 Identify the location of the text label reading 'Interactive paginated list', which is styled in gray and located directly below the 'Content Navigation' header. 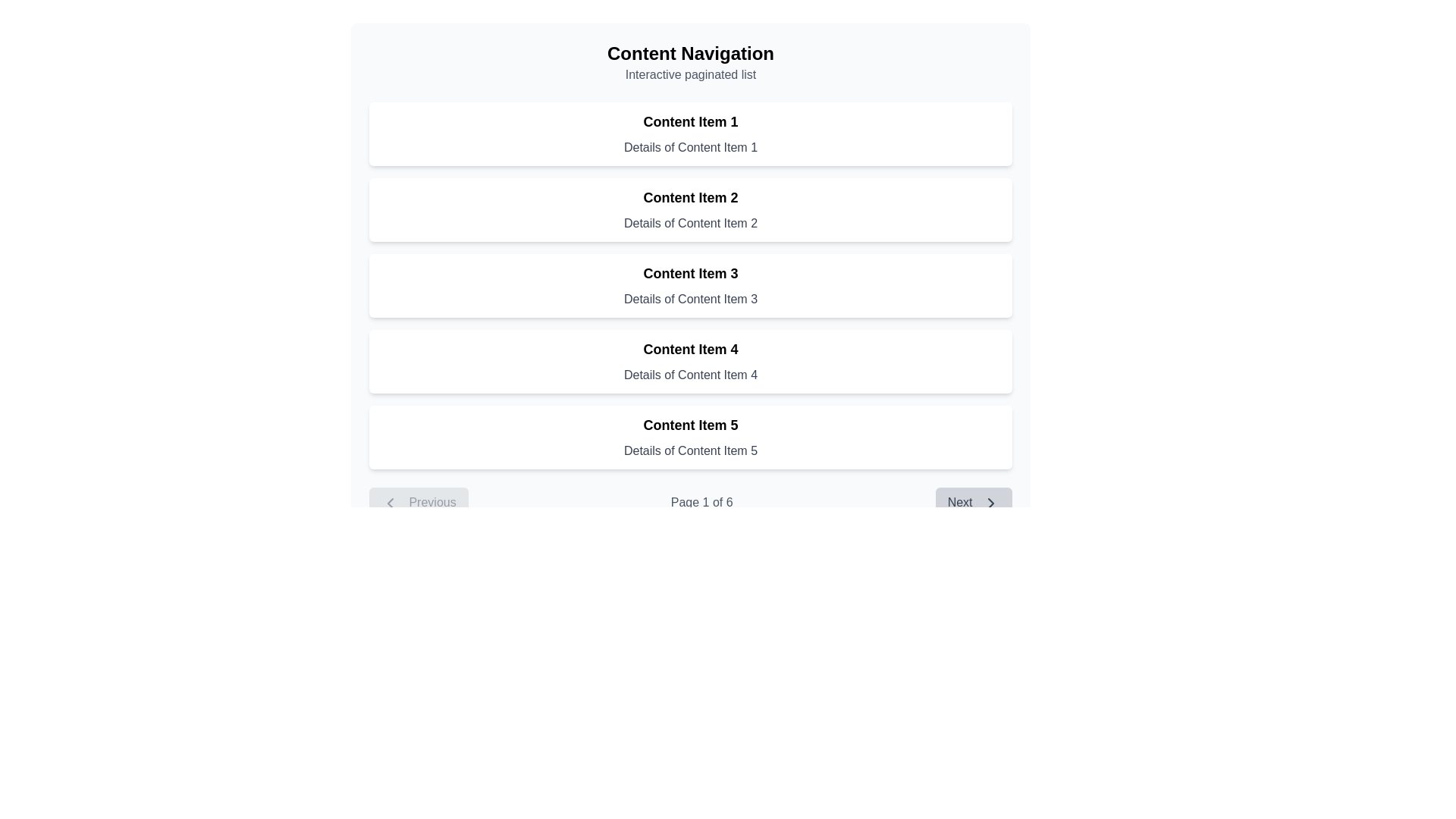
(690, 75).